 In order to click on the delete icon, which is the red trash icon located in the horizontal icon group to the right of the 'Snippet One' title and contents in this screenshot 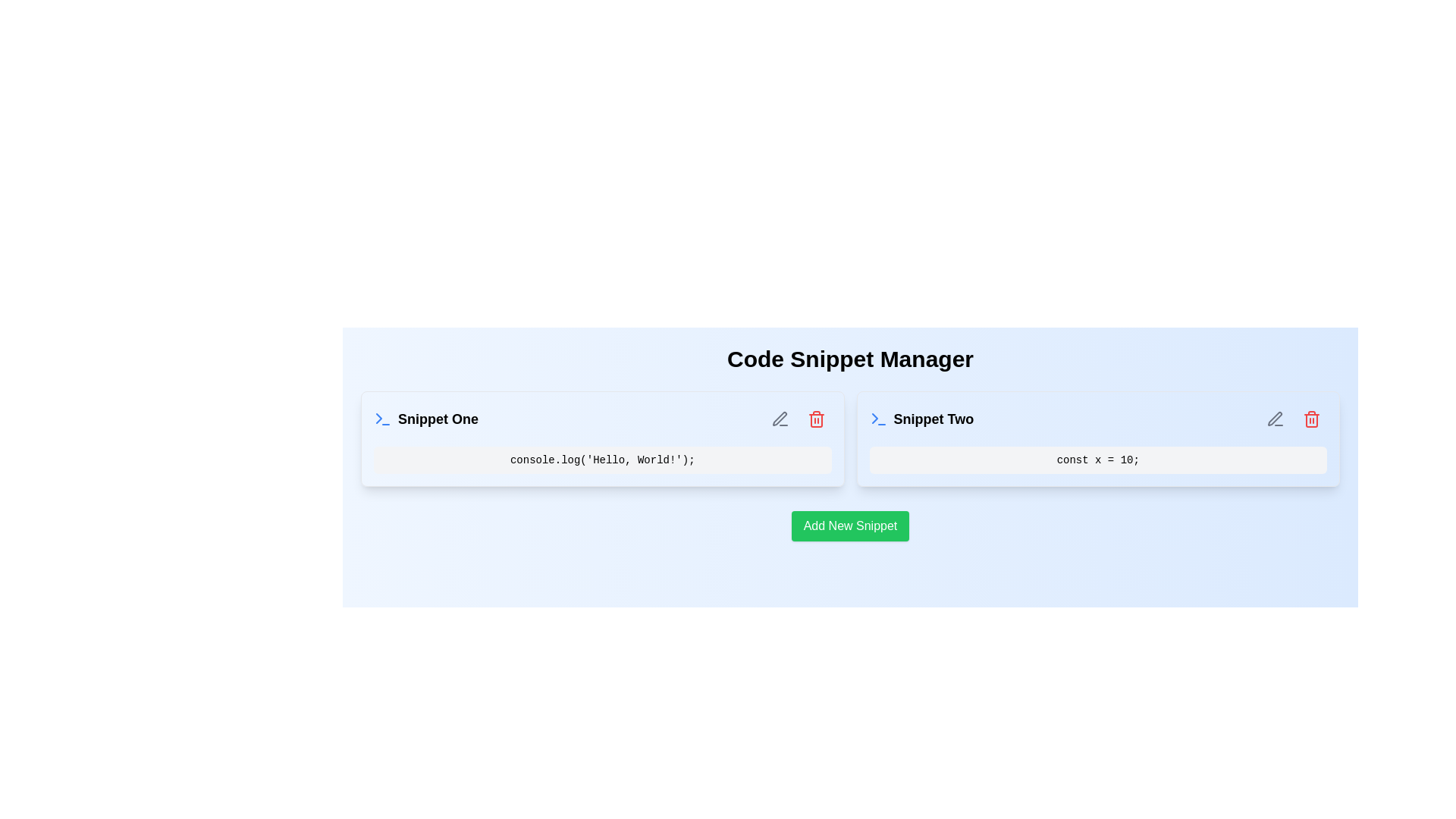, I will do `click(797, 419)`.